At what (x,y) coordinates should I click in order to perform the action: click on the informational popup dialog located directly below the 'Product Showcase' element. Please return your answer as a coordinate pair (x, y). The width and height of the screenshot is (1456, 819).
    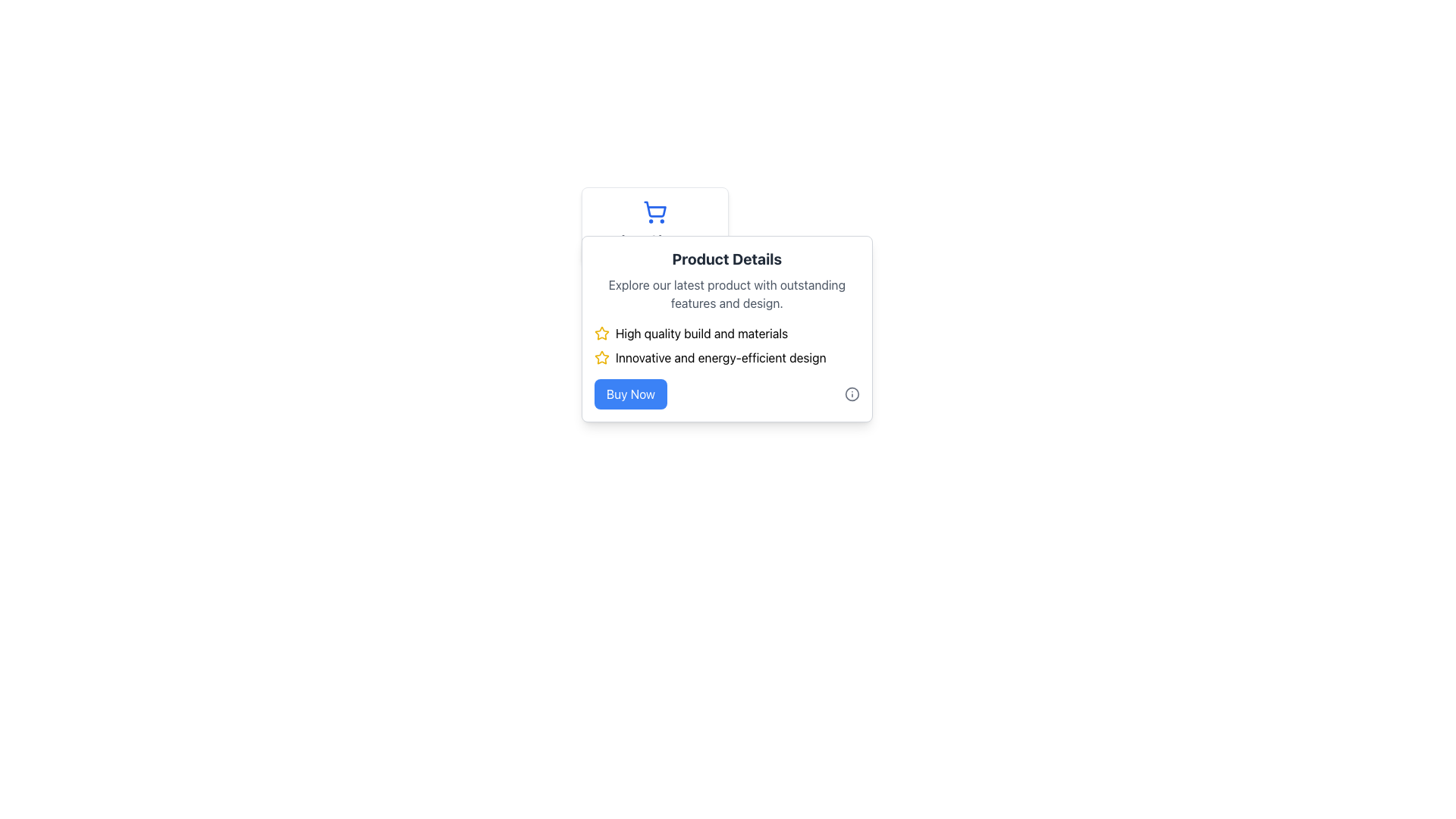
    Looking at the image, I should click on (726, 328).